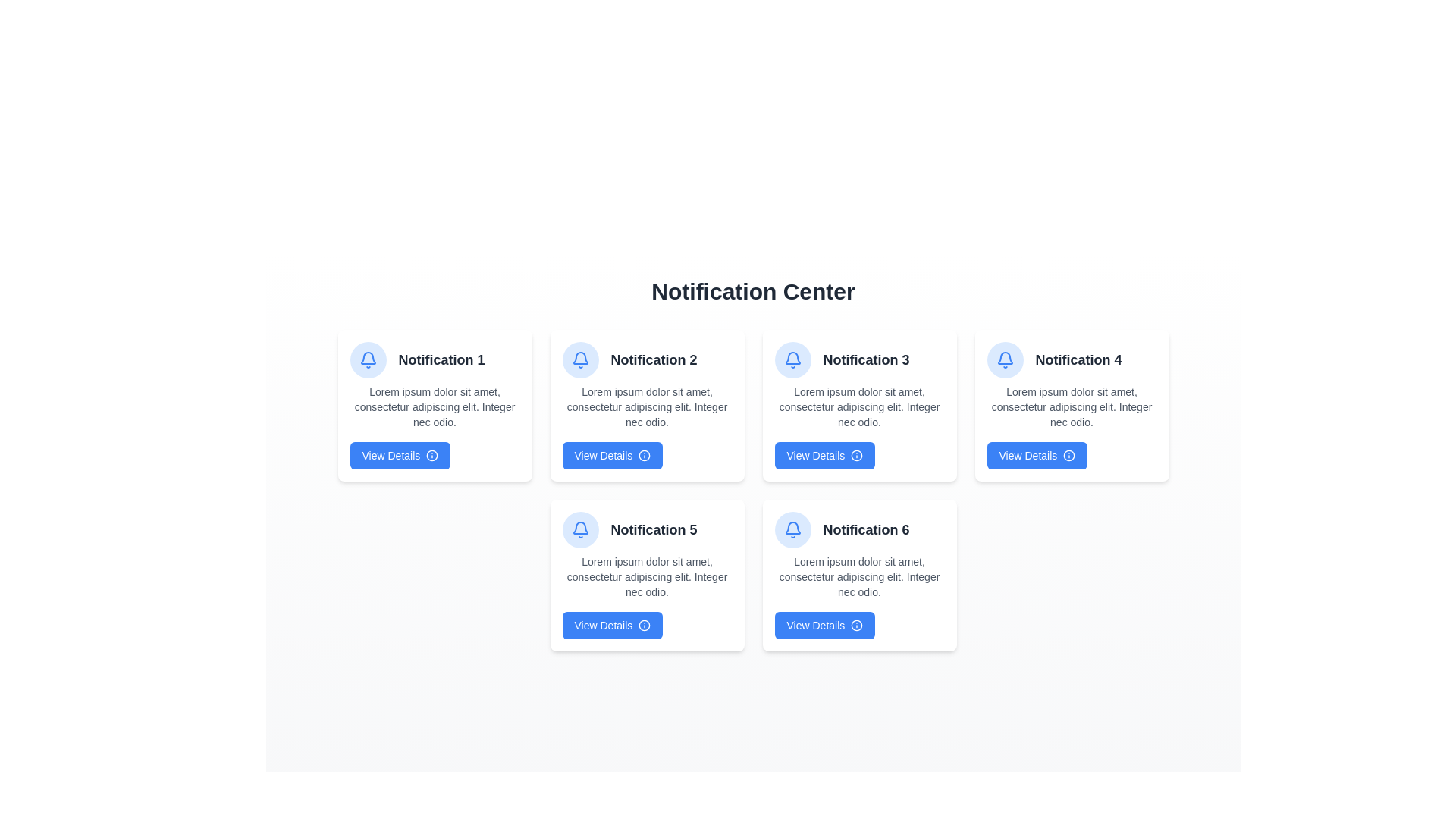 The width and height of the screenshot is (1456, 819). What do you see at coordinates (612, 626) in the screenshot?
I see `the 'View Details' button with a blue background and white text located in the 'Notification 5' card to observe its hover effects` at bounding box center [612, 626].